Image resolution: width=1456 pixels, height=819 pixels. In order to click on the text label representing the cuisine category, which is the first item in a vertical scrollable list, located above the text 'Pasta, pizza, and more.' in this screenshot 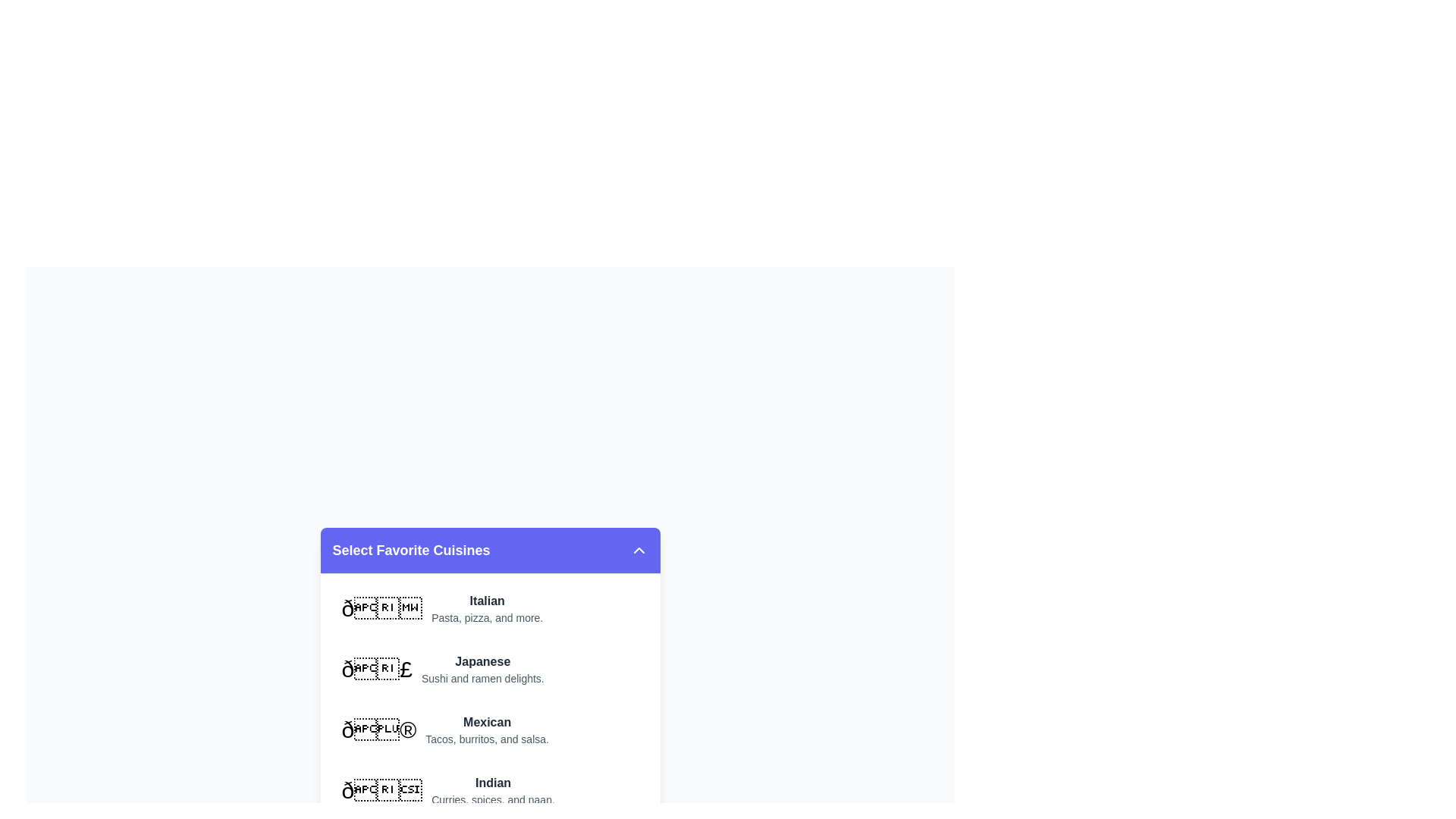, I will do `click(487, 600)`.